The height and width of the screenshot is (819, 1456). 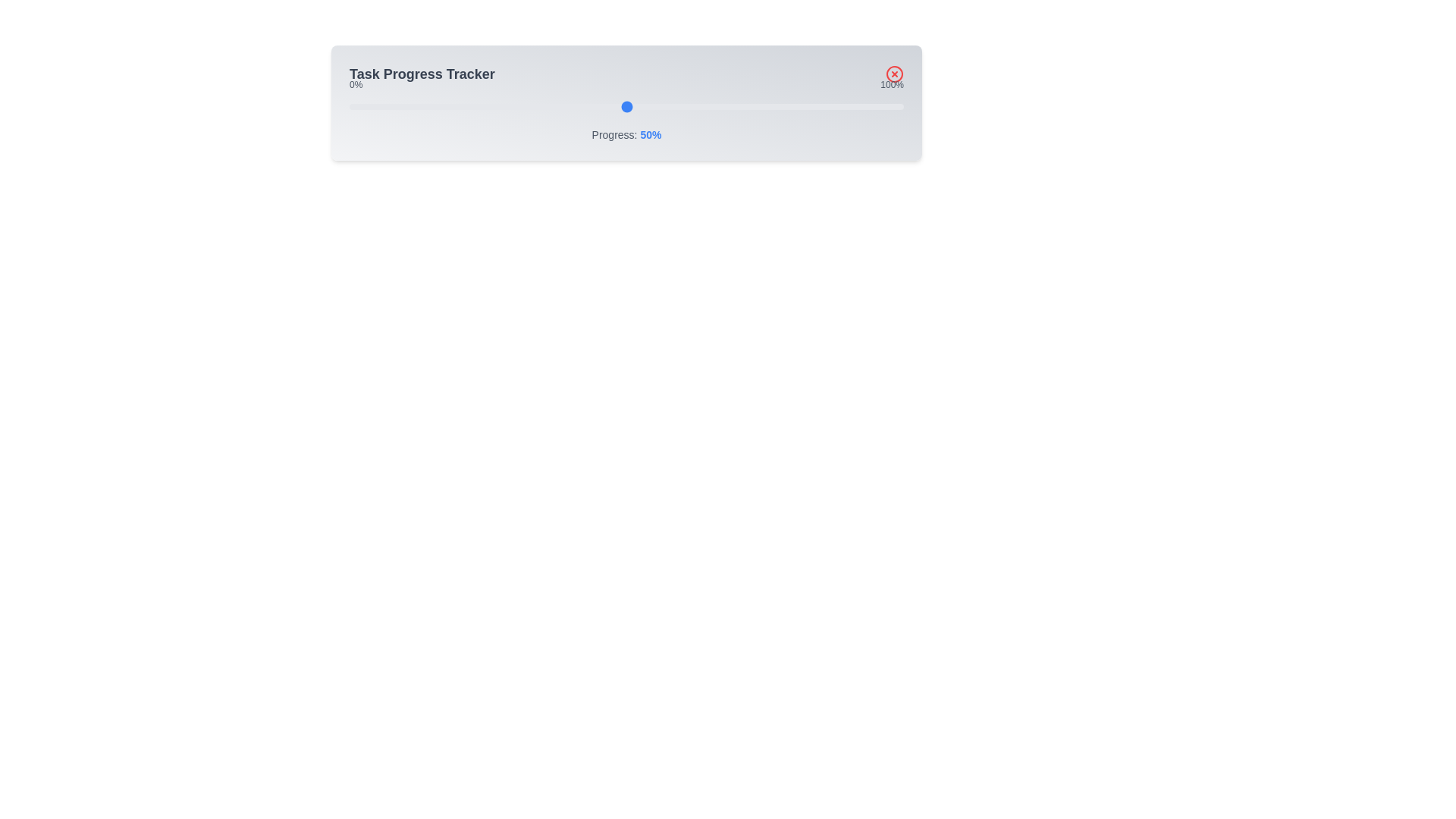 I want to click on the progress, so click(x=526, y=106).